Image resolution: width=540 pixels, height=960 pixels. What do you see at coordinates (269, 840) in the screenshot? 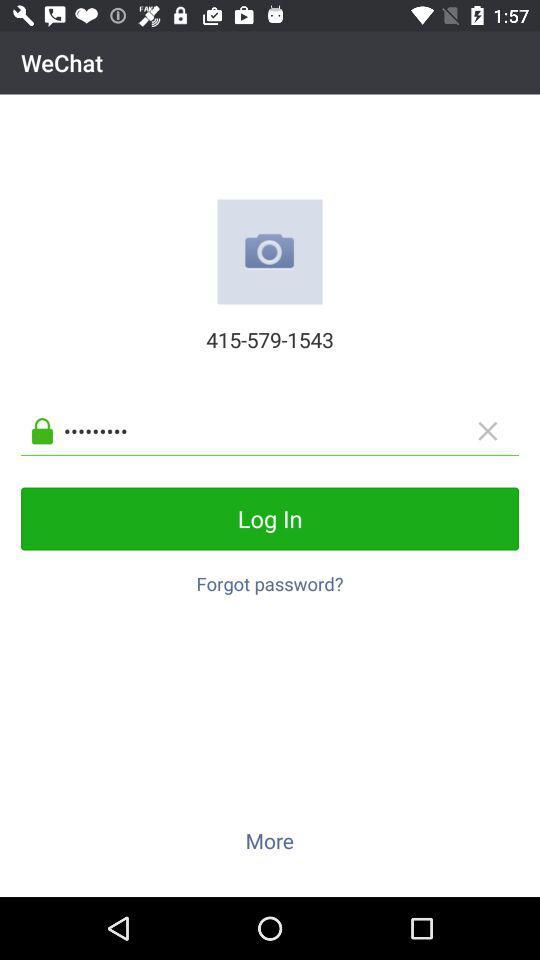
I see `more` at bounding box center [269, 840].